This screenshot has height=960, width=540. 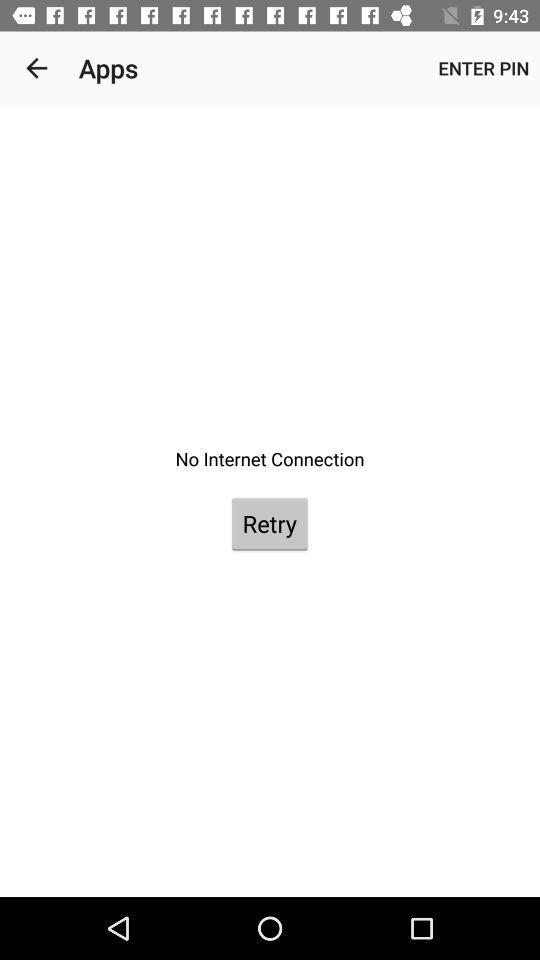 What do you see at coordinates (269, 522) in the screenshot?
I see `retry item` at bounding box center [269, 522].